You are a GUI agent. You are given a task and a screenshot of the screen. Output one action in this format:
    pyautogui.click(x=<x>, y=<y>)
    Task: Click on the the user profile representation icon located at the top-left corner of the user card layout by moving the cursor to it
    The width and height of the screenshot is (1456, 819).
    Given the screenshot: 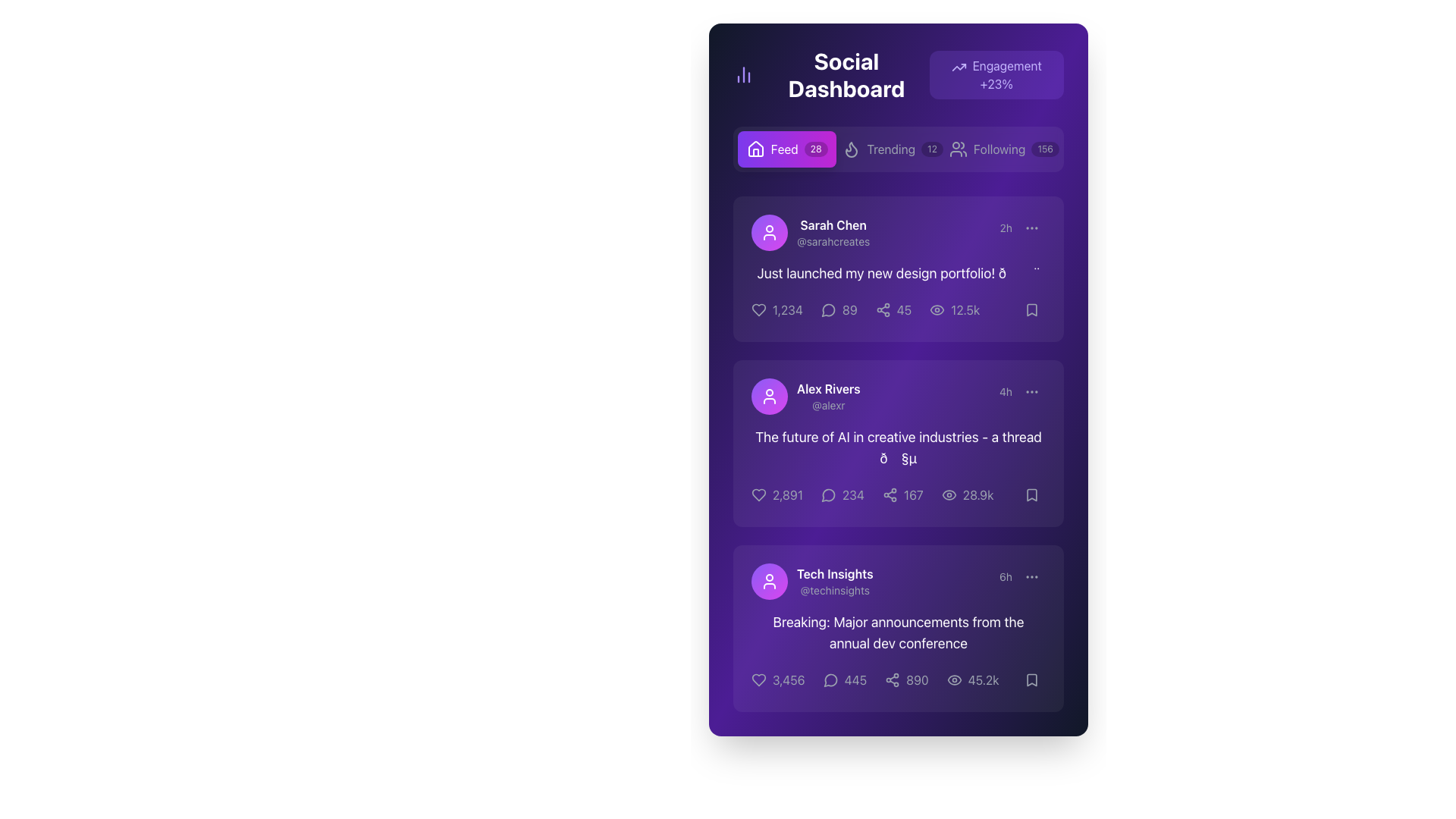 What is the action you would take?
    pyautogui.click(x=769, y=396)
    